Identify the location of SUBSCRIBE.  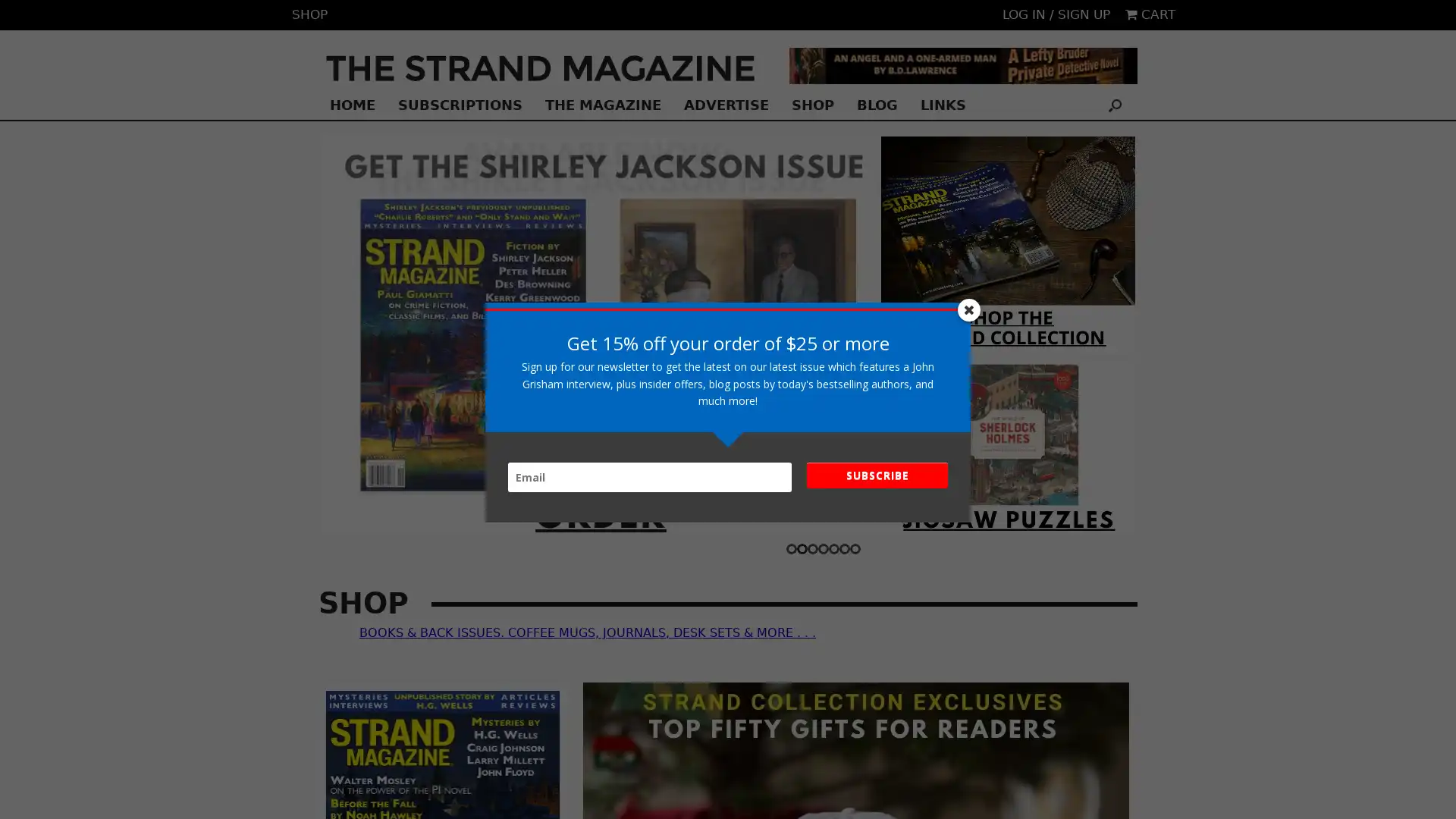
(877, 475).